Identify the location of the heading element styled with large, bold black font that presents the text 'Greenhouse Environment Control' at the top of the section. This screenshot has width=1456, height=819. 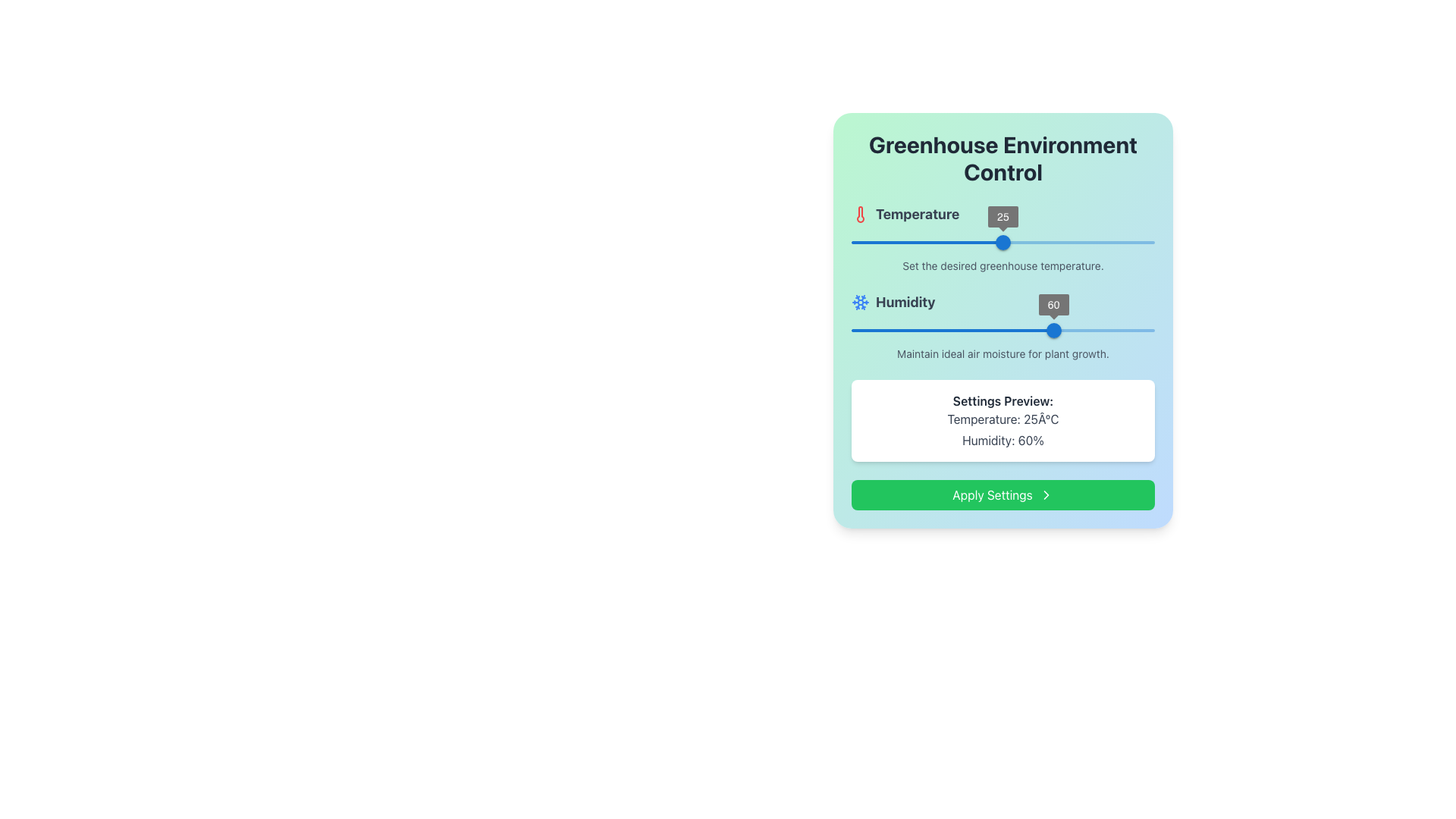
(1003, 158).